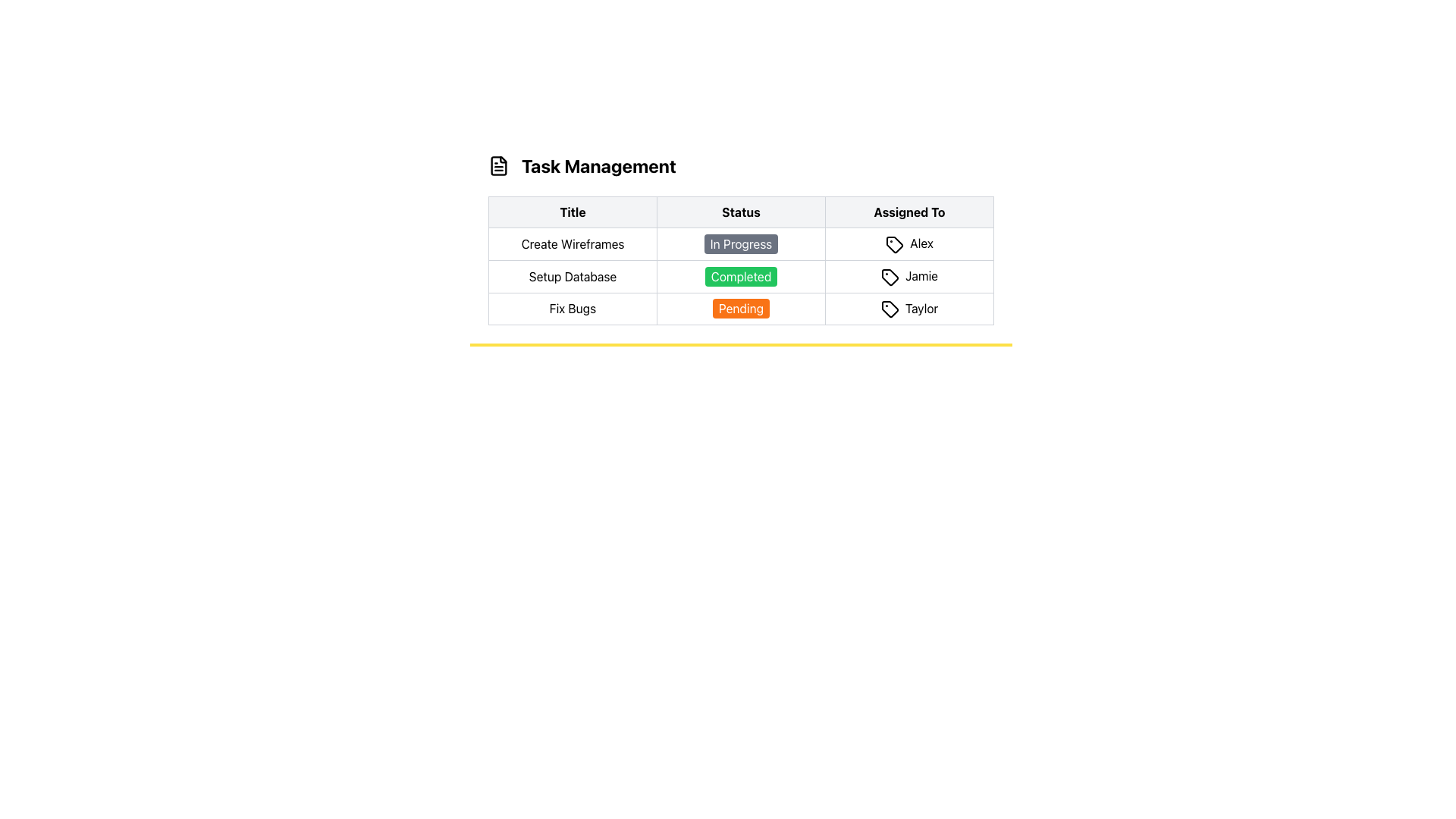 Image resolution: width=1456 pixels, height=819 pixels. Describe the element at coordinates (741, 212) in the screenshot. I see `the static label 'Status', which is a rectangular area with a light gray background and bold text, located in the top row of the table-like layout under 'Task Management'` at that location.